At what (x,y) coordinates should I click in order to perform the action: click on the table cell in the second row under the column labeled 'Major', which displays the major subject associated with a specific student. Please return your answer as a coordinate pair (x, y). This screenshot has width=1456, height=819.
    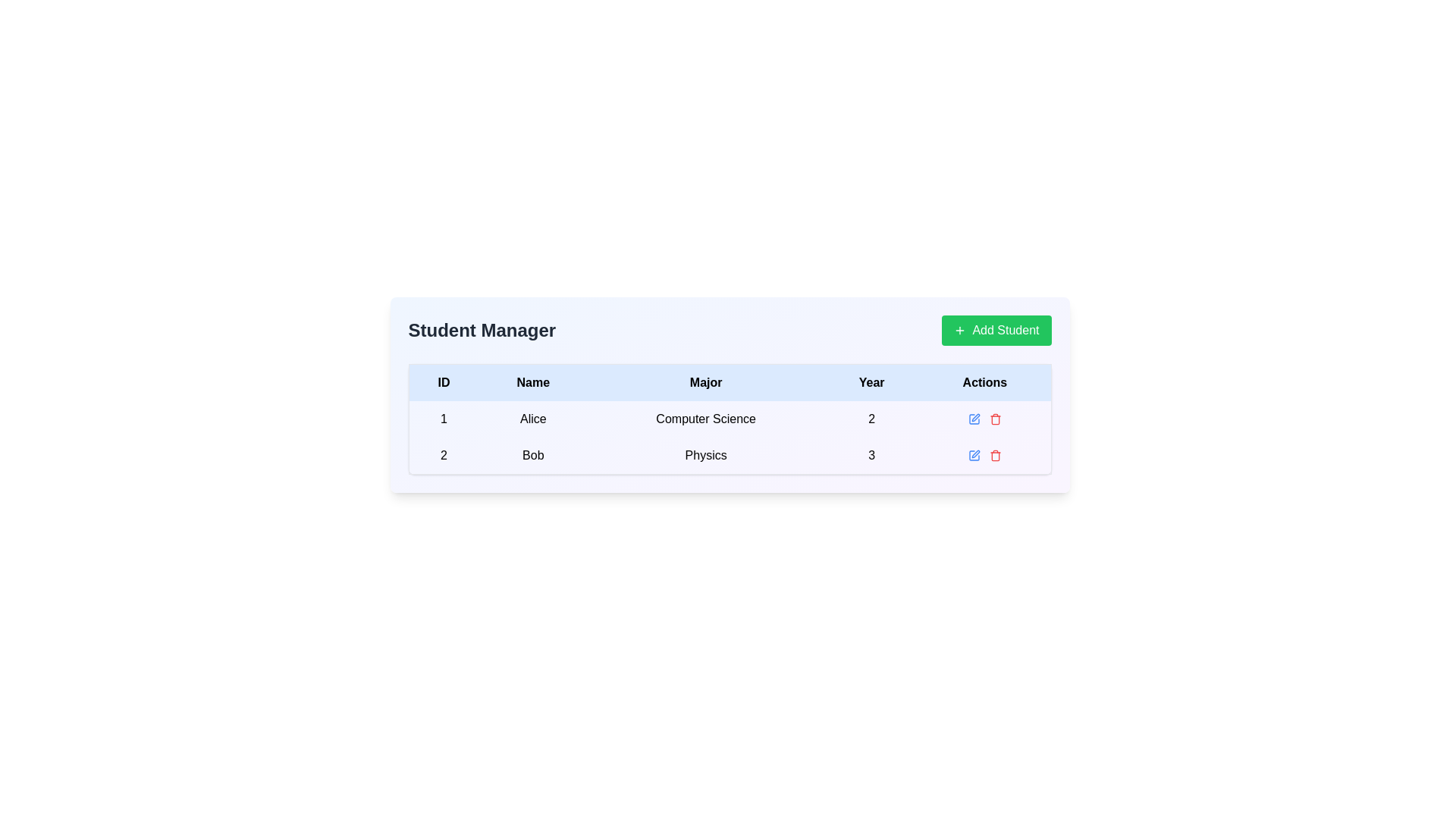
    Looking at the image, I should click on (730, 455).